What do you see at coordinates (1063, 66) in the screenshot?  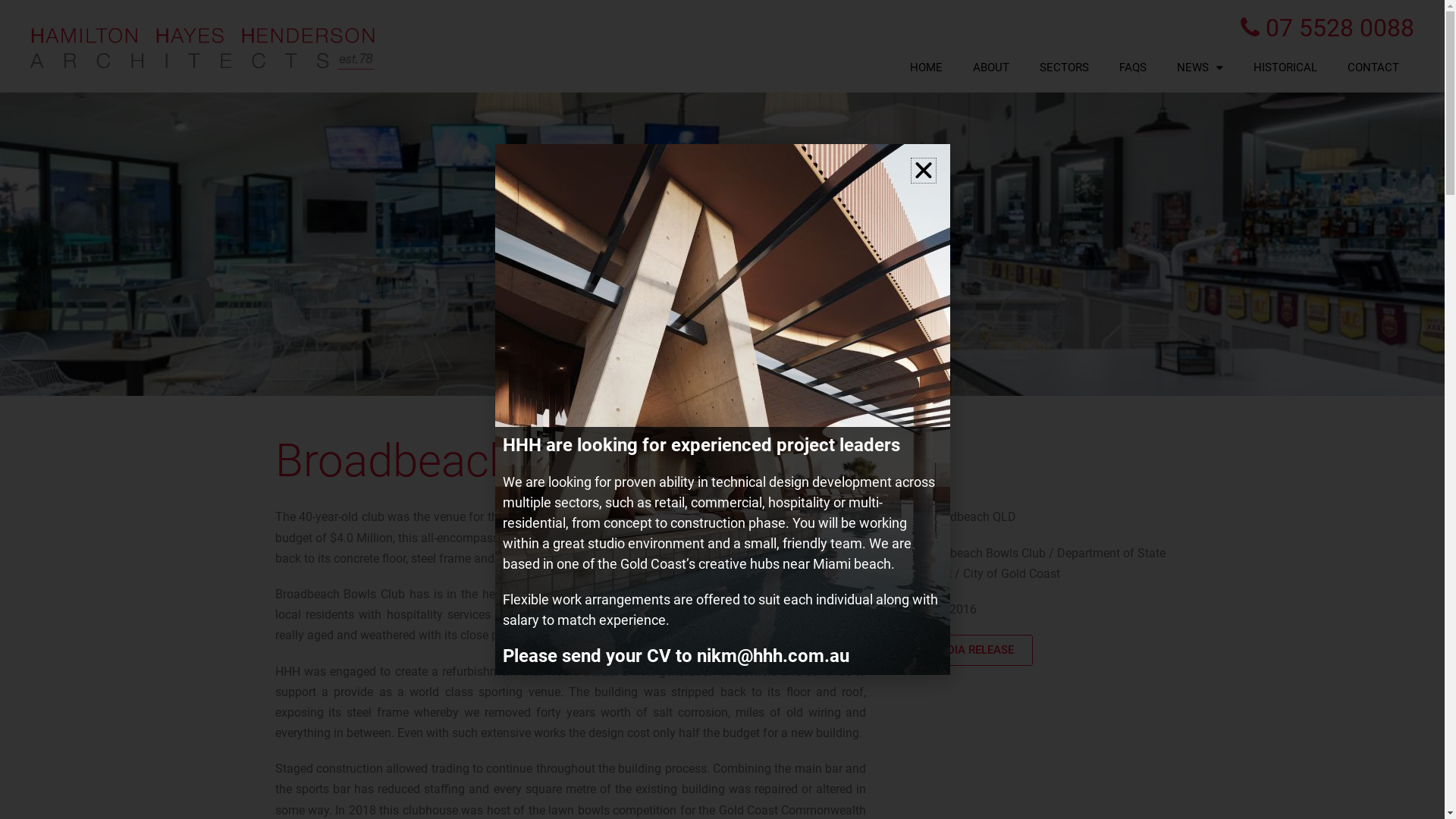 I see `'SECTORS'` at bounding box center [1063, 66].